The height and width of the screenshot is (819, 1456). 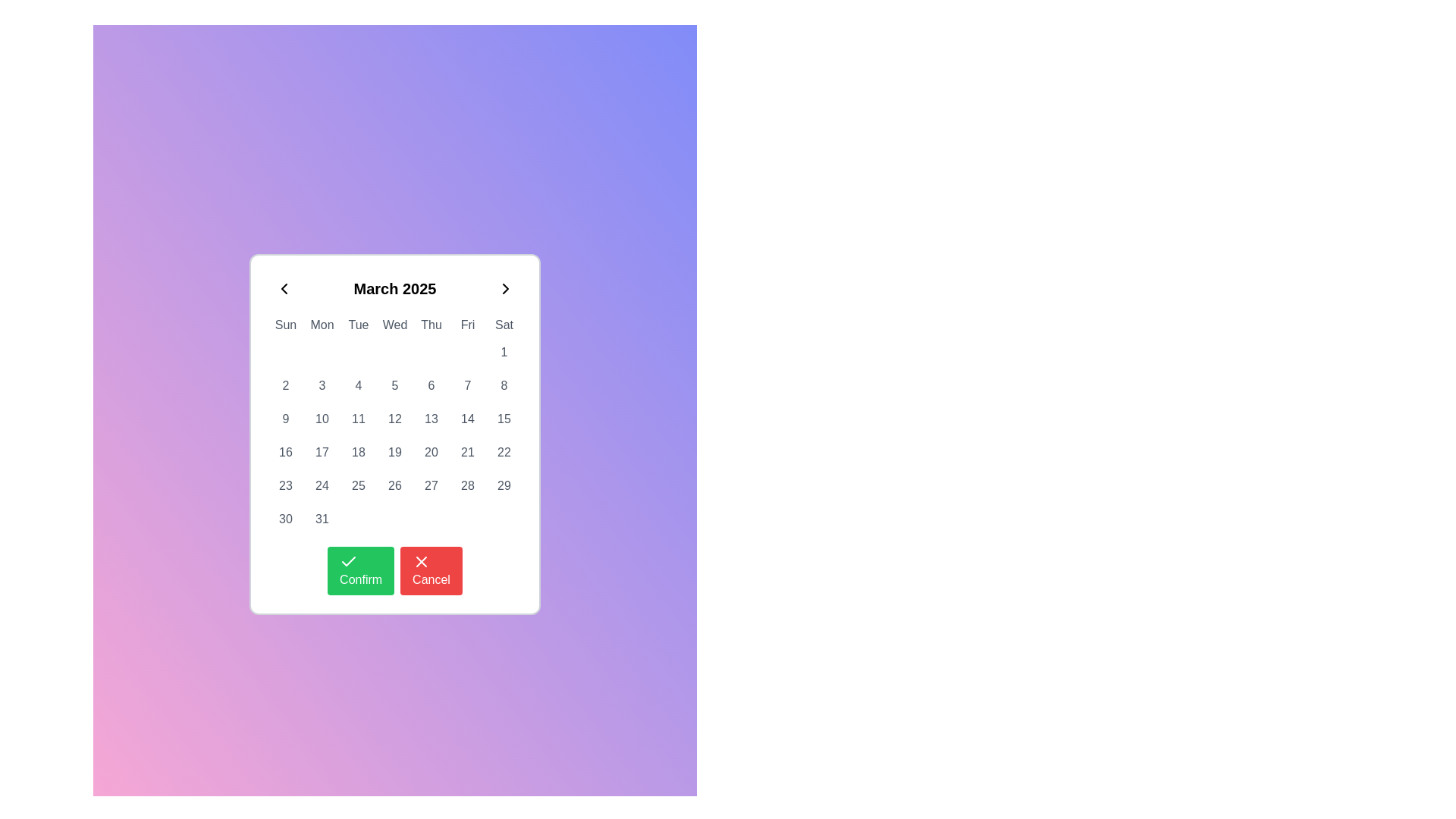 What do you see at coordinates (431, 324) in the screenshot?
I see `the static text label indicating 'Thursday' in the calendar's days of the week header, which is the fifth day in the sequence` at bounding box center [431, 324].